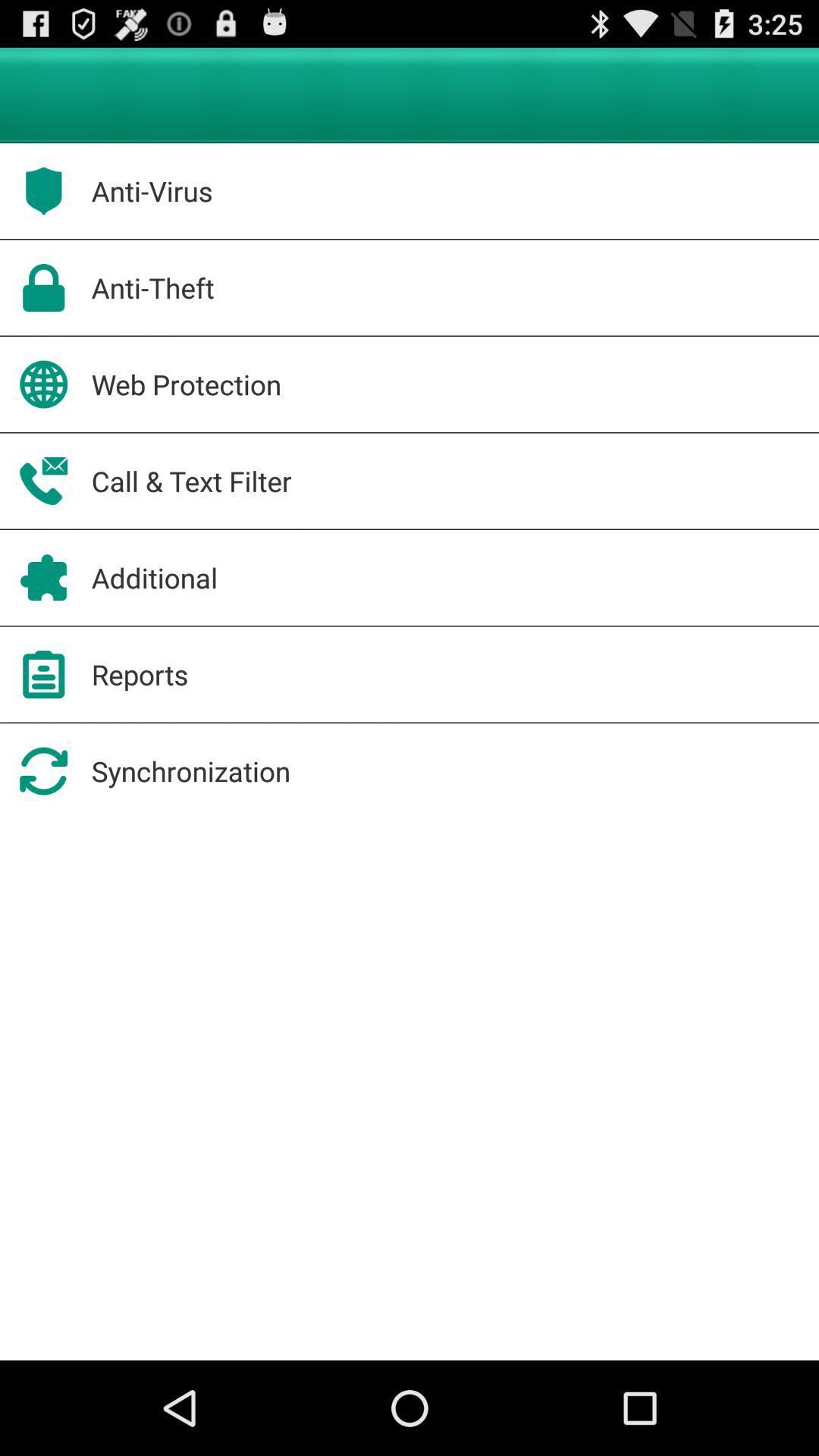  Describe the element at coordinates (186, 384) in the screenshot. I see `the item above call & text filter icon` at that location.